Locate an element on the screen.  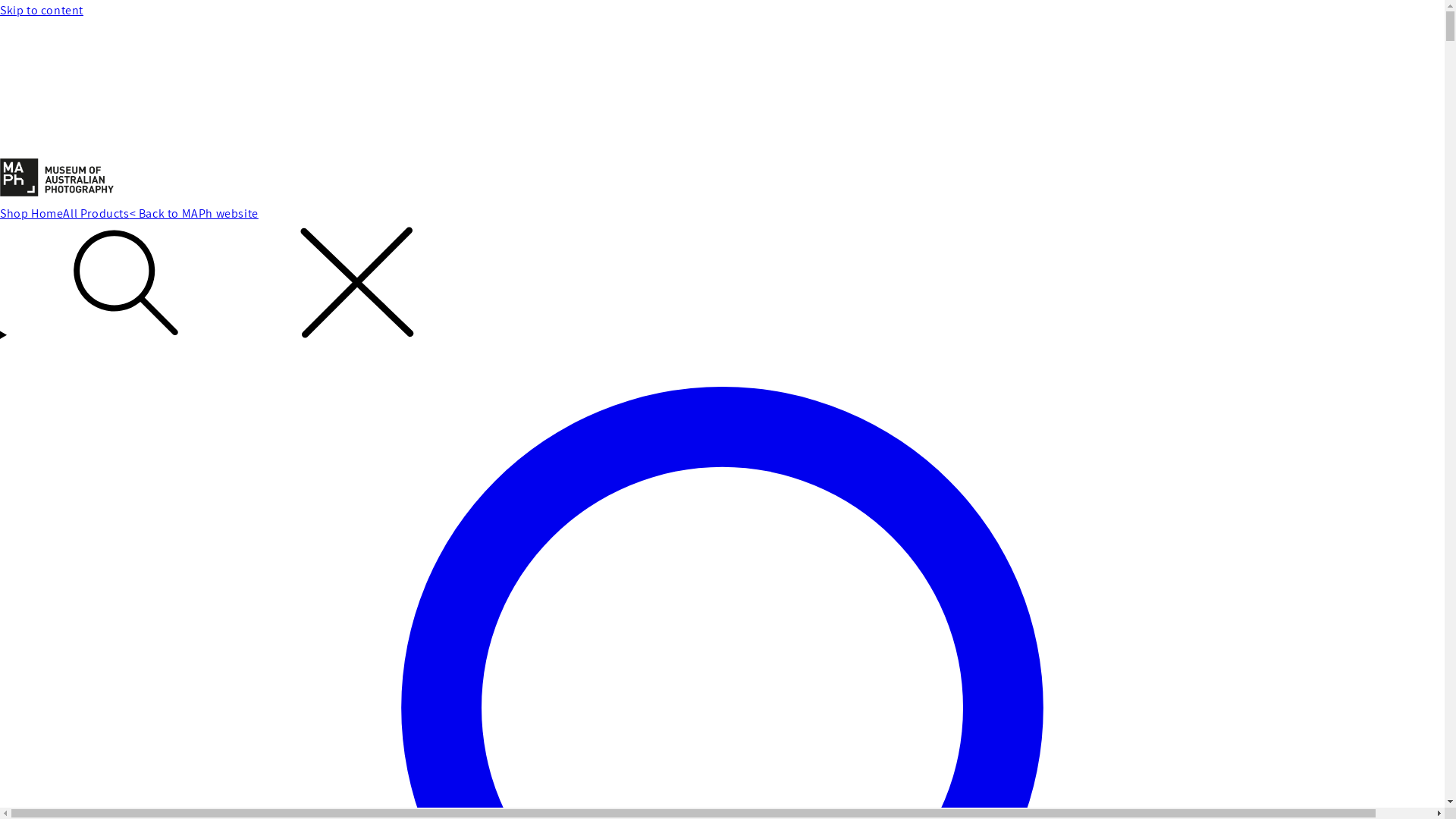
'< Back to MAPh website' is located at coordinates (193, 214).